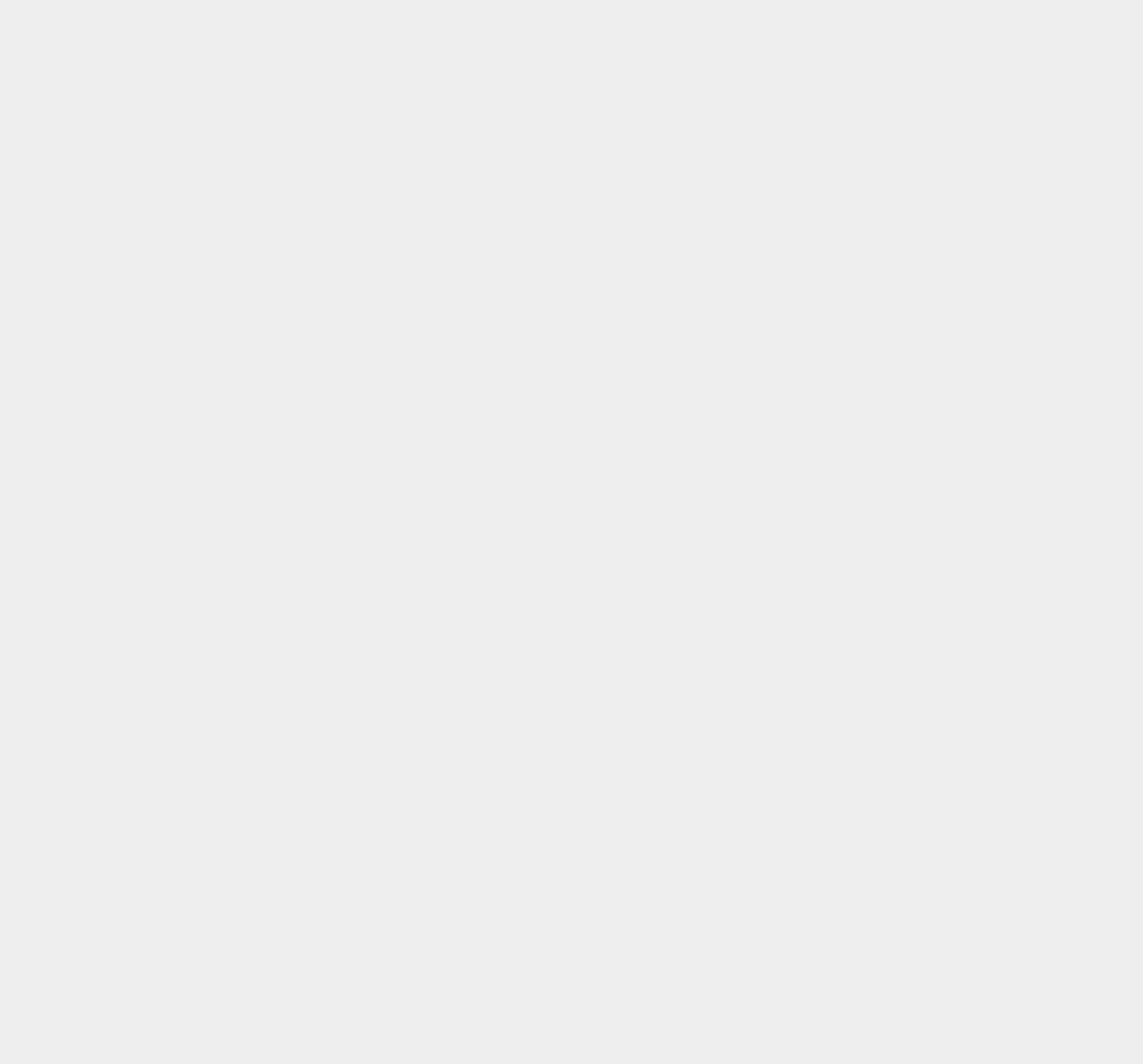 The height and width of the screenshot is (1064, 1143). Describe the element at coordinates (864, 1013) in the screenshot. I see `'Lync Desk Phones'` at that location.